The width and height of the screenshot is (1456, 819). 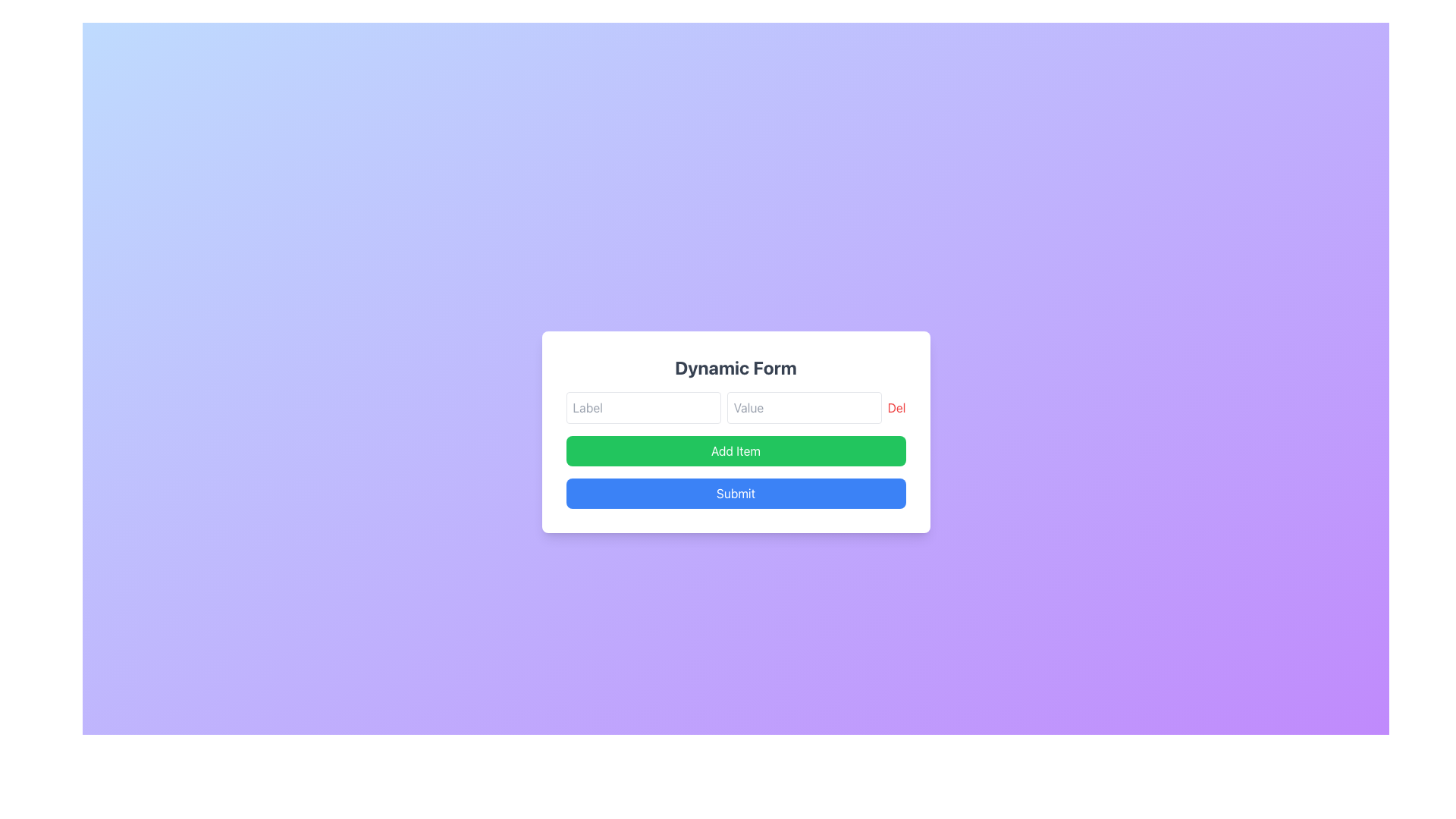 What do you see at coordinates (736, 368) in the screenshot?
I see `the title text that serves as a heading, positioned at the top of the card layout and centered horizontally` at bounding box center [736, 368].